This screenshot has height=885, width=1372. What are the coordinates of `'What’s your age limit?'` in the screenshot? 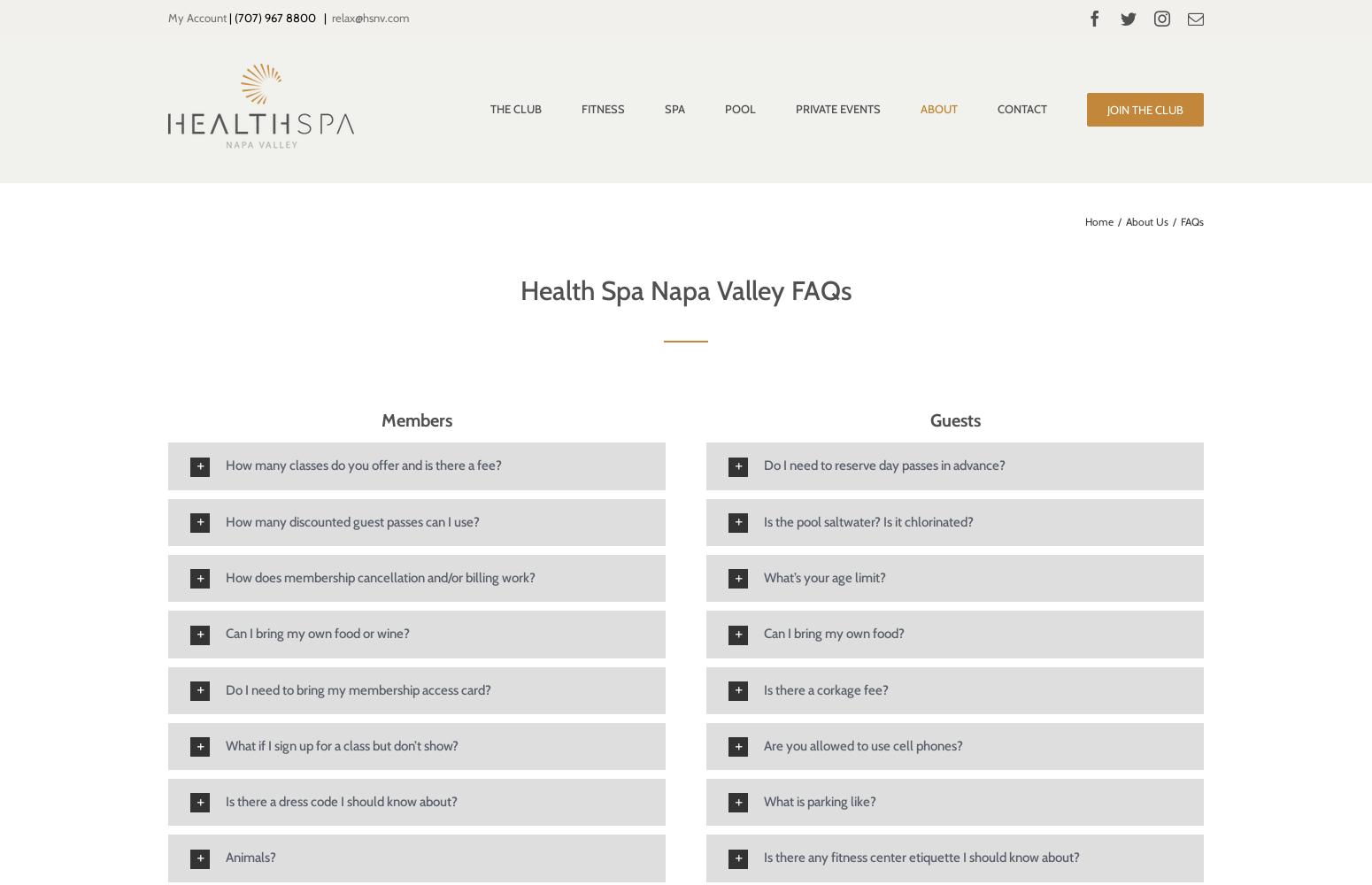 It's located at (764, 577).